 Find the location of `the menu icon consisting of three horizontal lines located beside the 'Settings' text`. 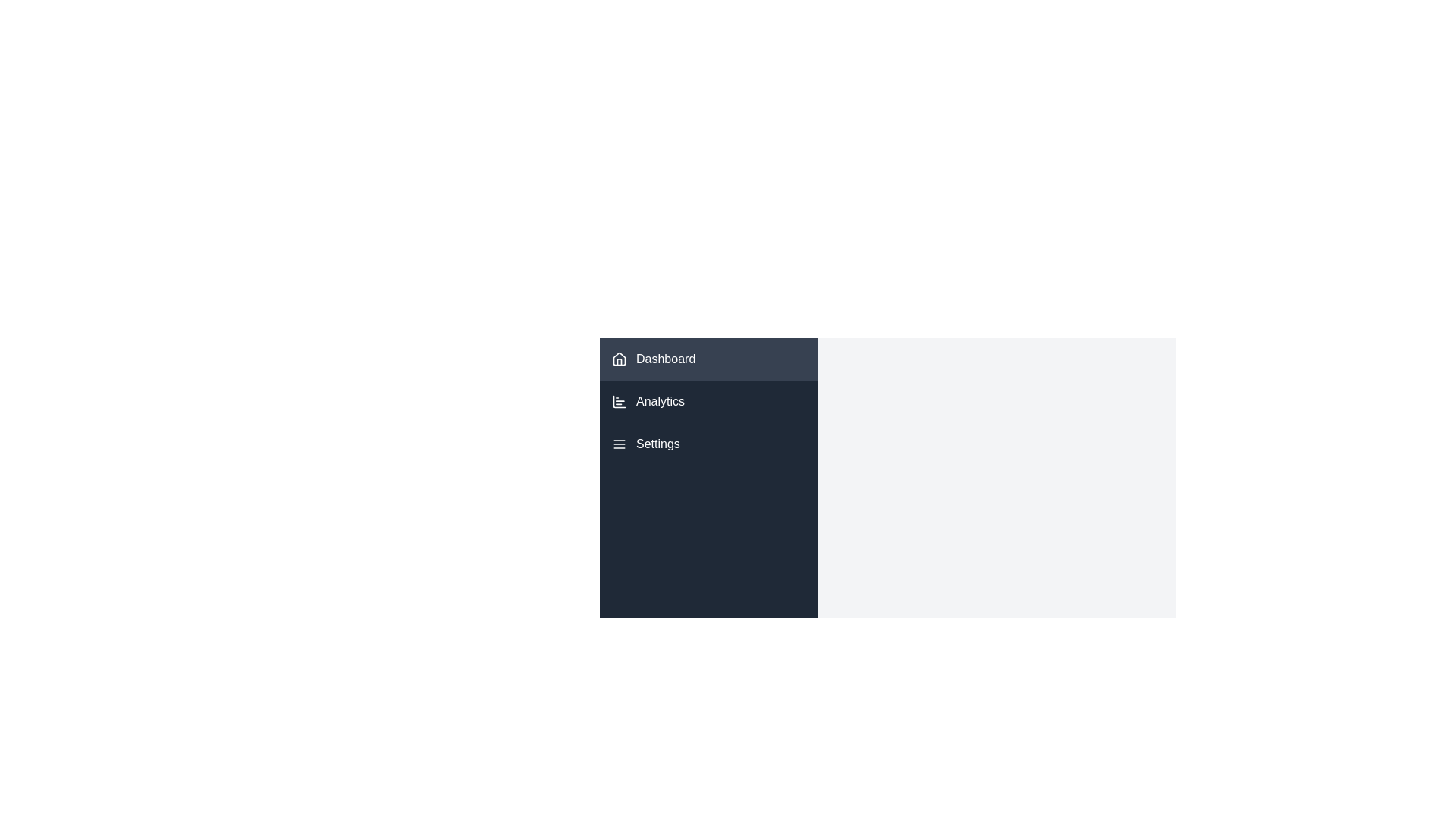

the menu icon consisting of three horizontal lines located beside the 'Settings' text is located at coordinates (619, 444).